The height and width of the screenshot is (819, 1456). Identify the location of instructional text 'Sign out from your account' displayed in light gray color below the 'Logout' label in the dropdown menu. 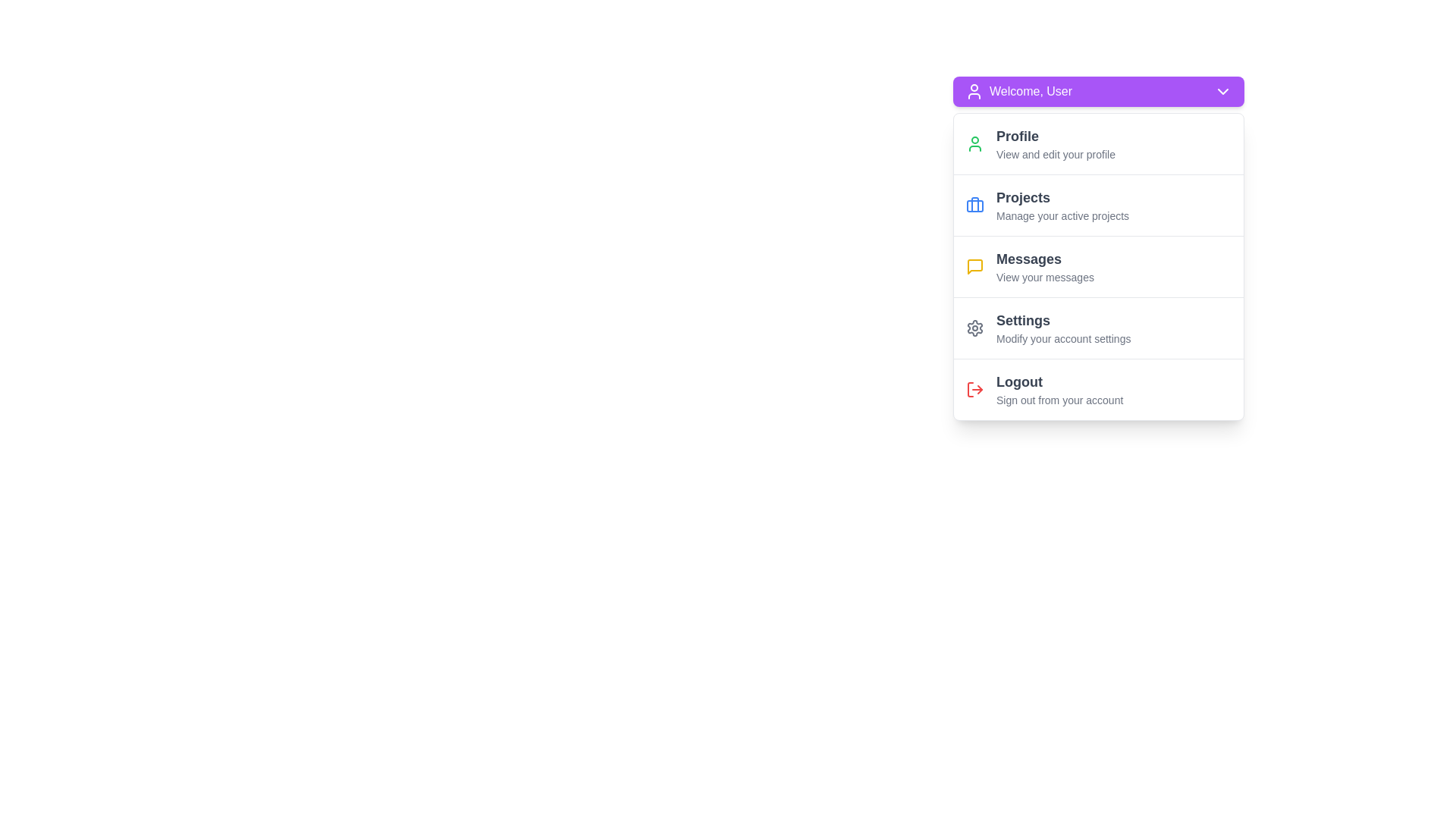
(1059, 400).